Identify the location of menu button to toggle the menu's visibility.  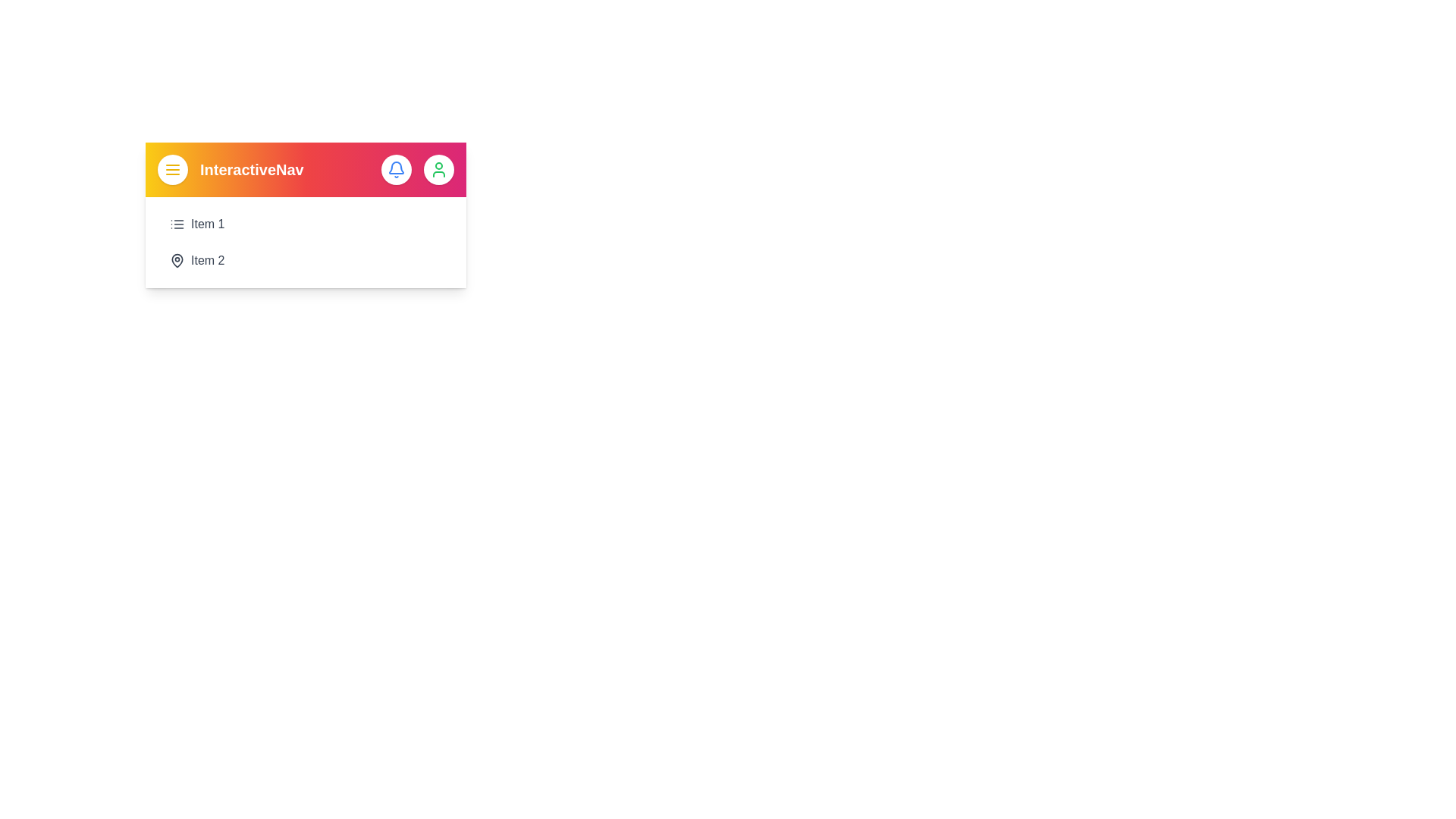
(172, 169).